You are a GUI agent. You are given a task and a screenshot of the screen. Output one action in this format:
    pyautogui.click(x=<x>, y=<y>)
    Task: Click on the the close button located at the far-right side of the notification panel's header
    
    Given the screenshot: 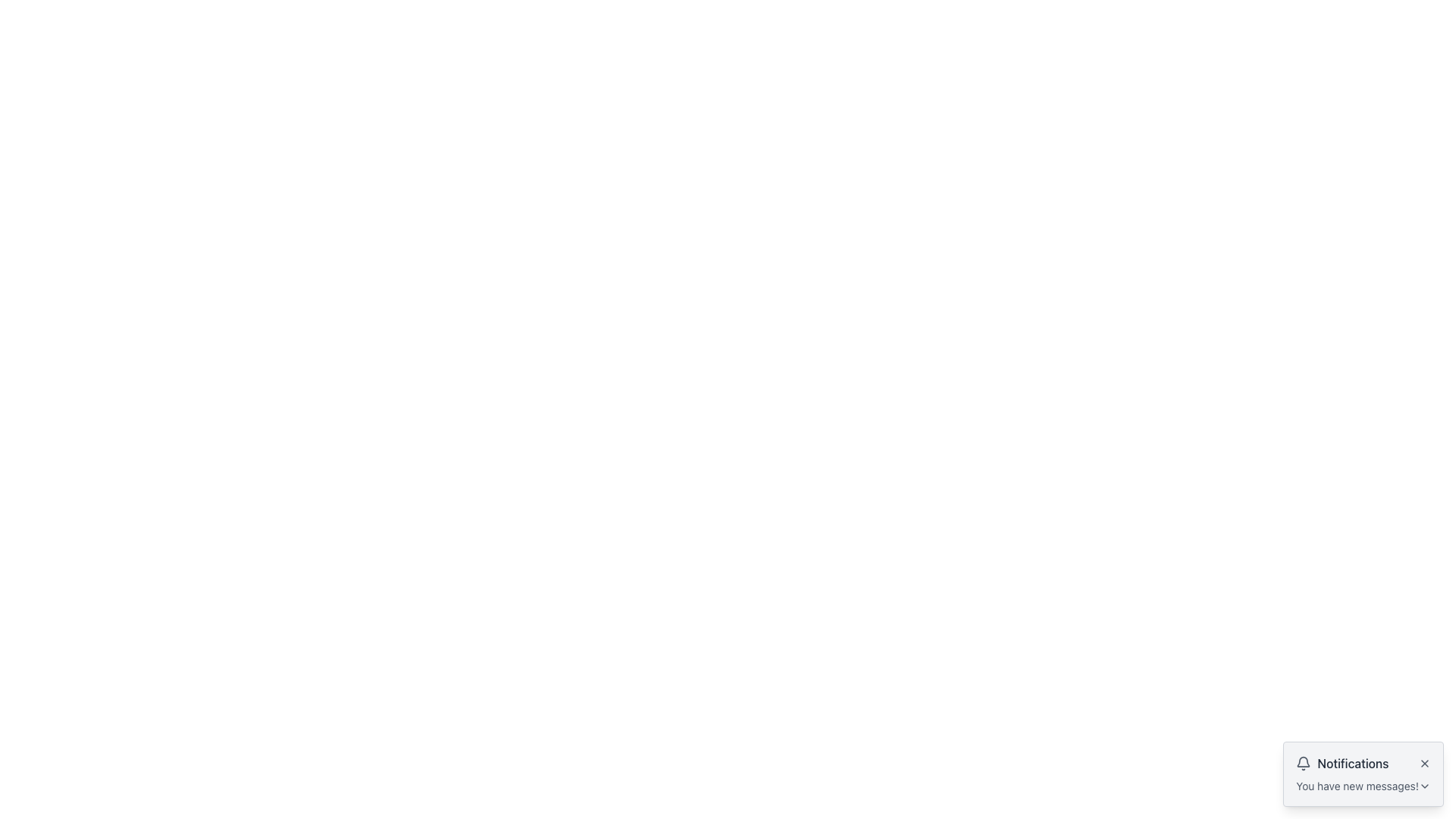 What is the action you would take?
    pyautogui.click(x=1423, y=763)
    